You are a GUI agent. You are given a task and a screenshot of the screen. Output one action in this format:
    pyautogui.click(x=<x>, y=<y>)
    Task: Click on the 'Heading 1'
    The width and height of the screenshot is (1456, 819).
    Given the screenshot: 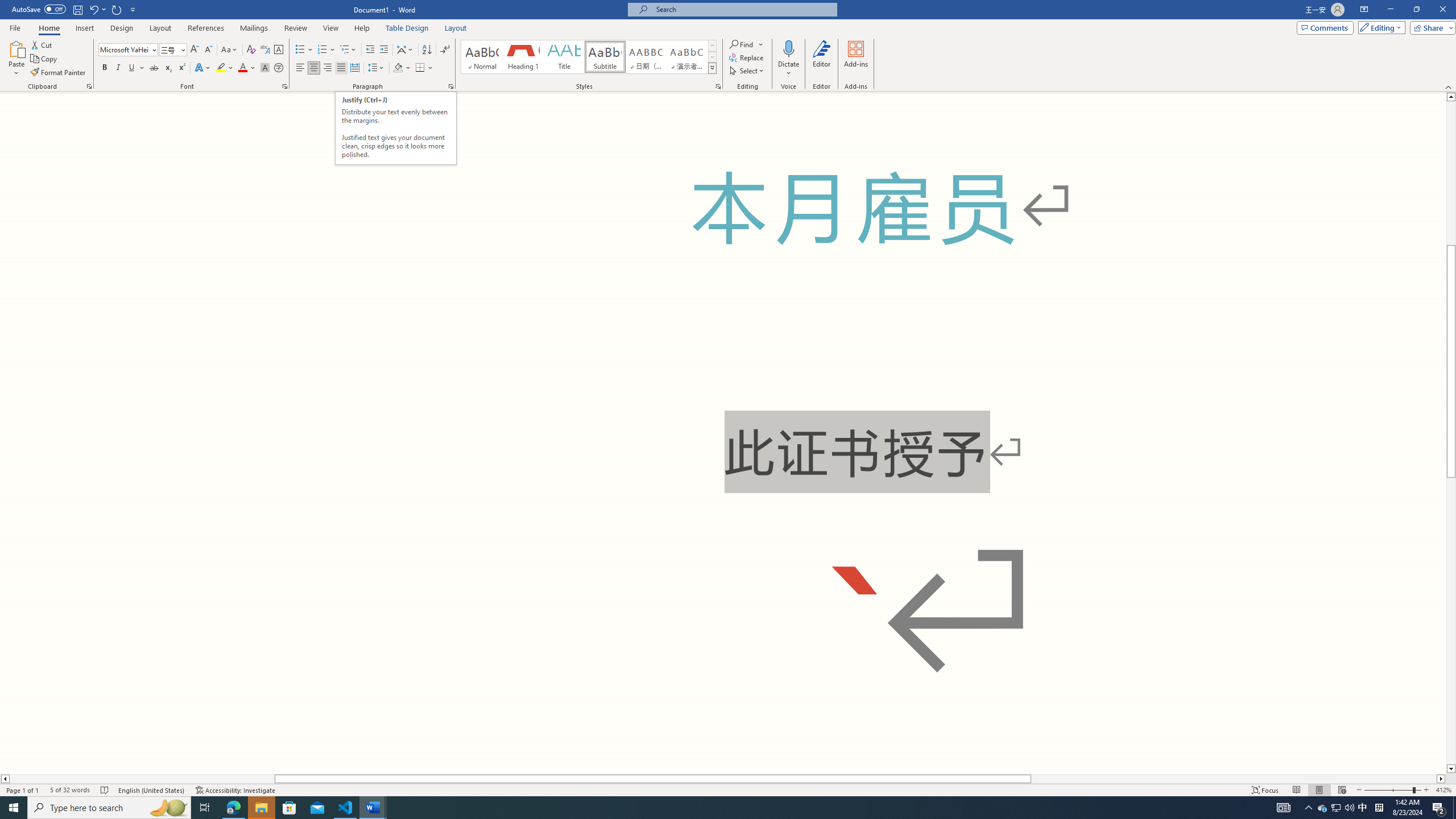 What is the action you would take?
    pyautogui.click(x=522, y=56)
    